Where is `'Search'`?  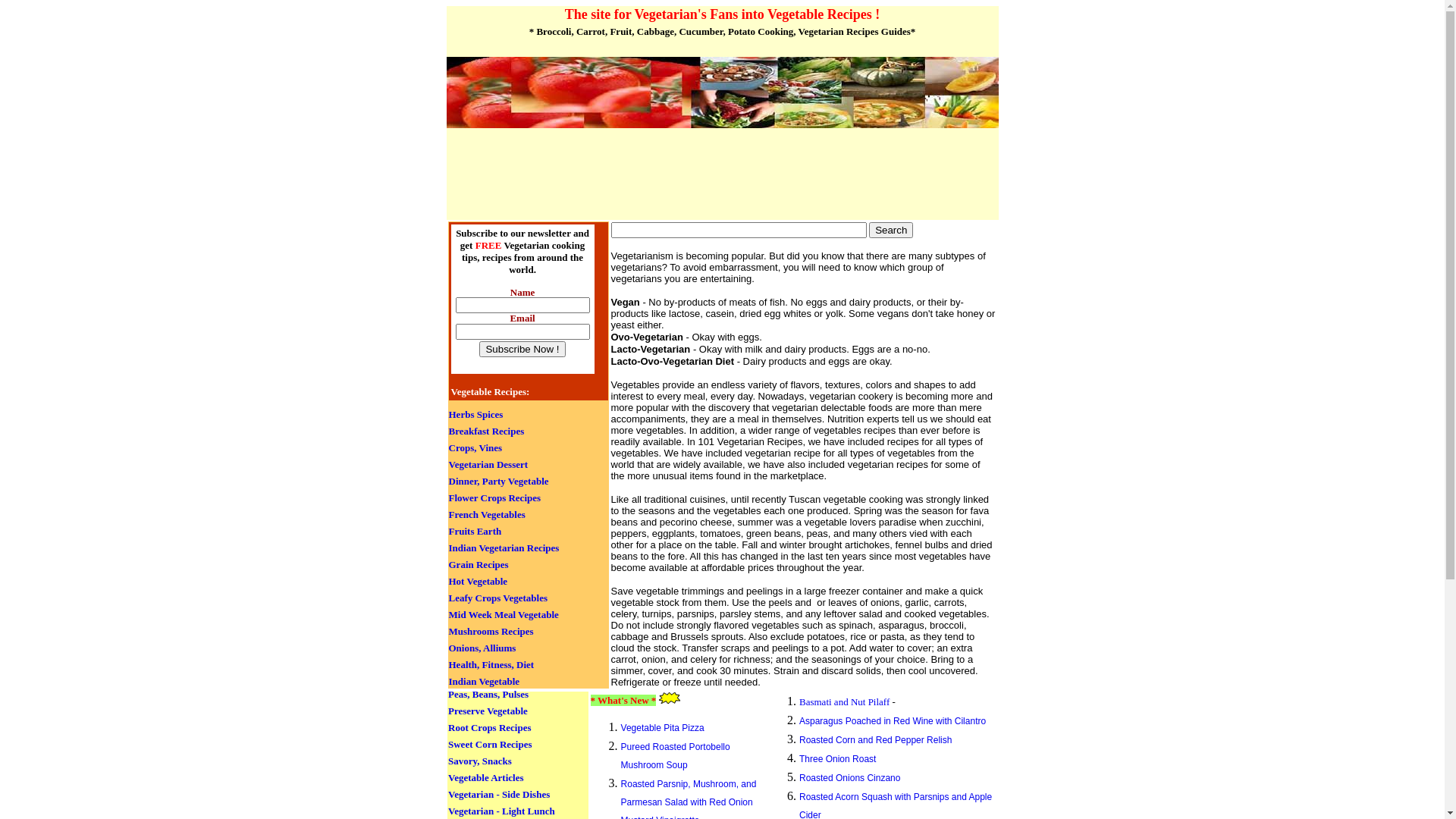 'Search' is located at coordinates (891, 230).